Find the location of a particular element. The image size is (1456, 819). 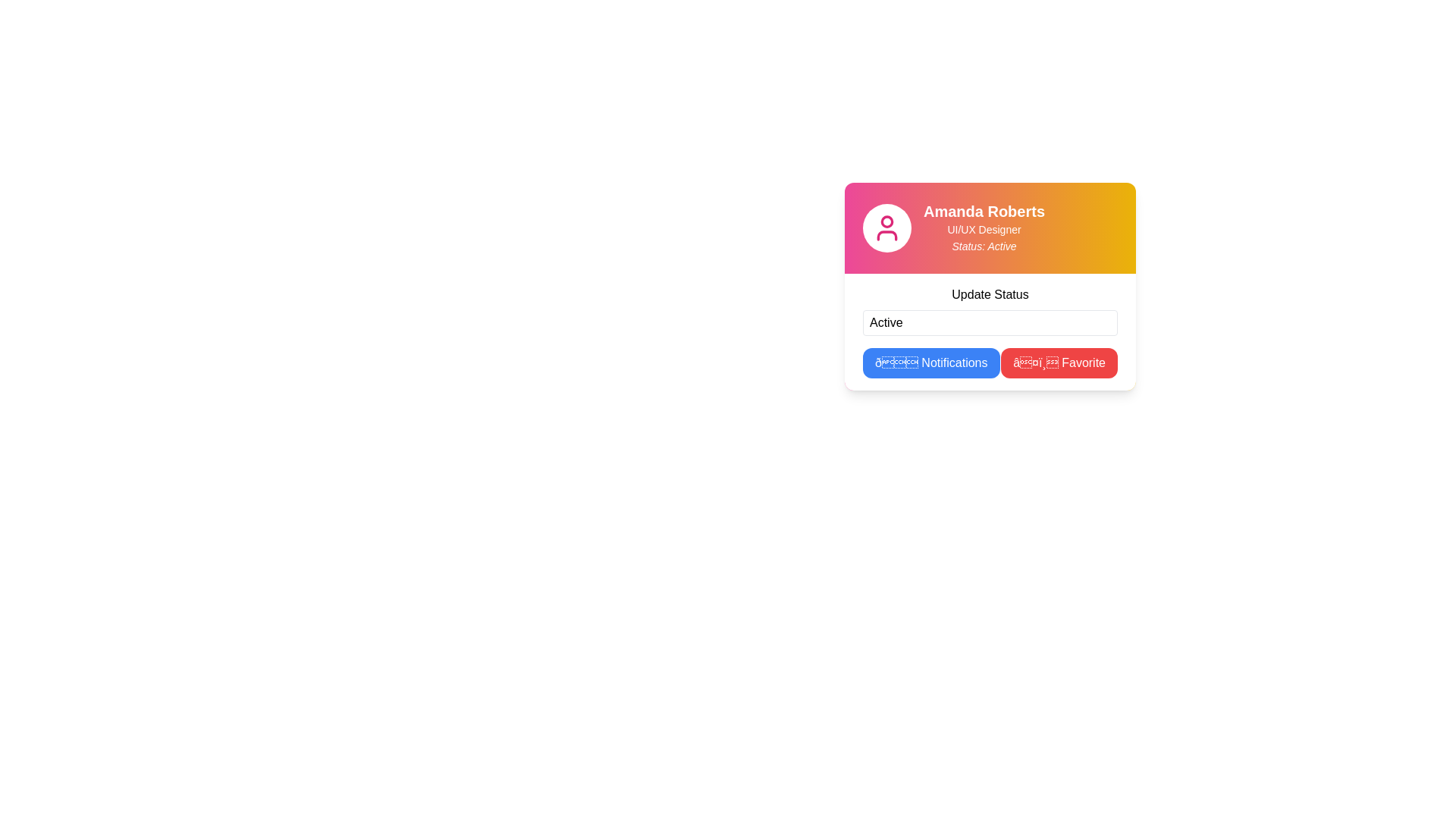

the upper circular part of the user icon, which visually resembles the head of a user is located at coordinates (887, 221).